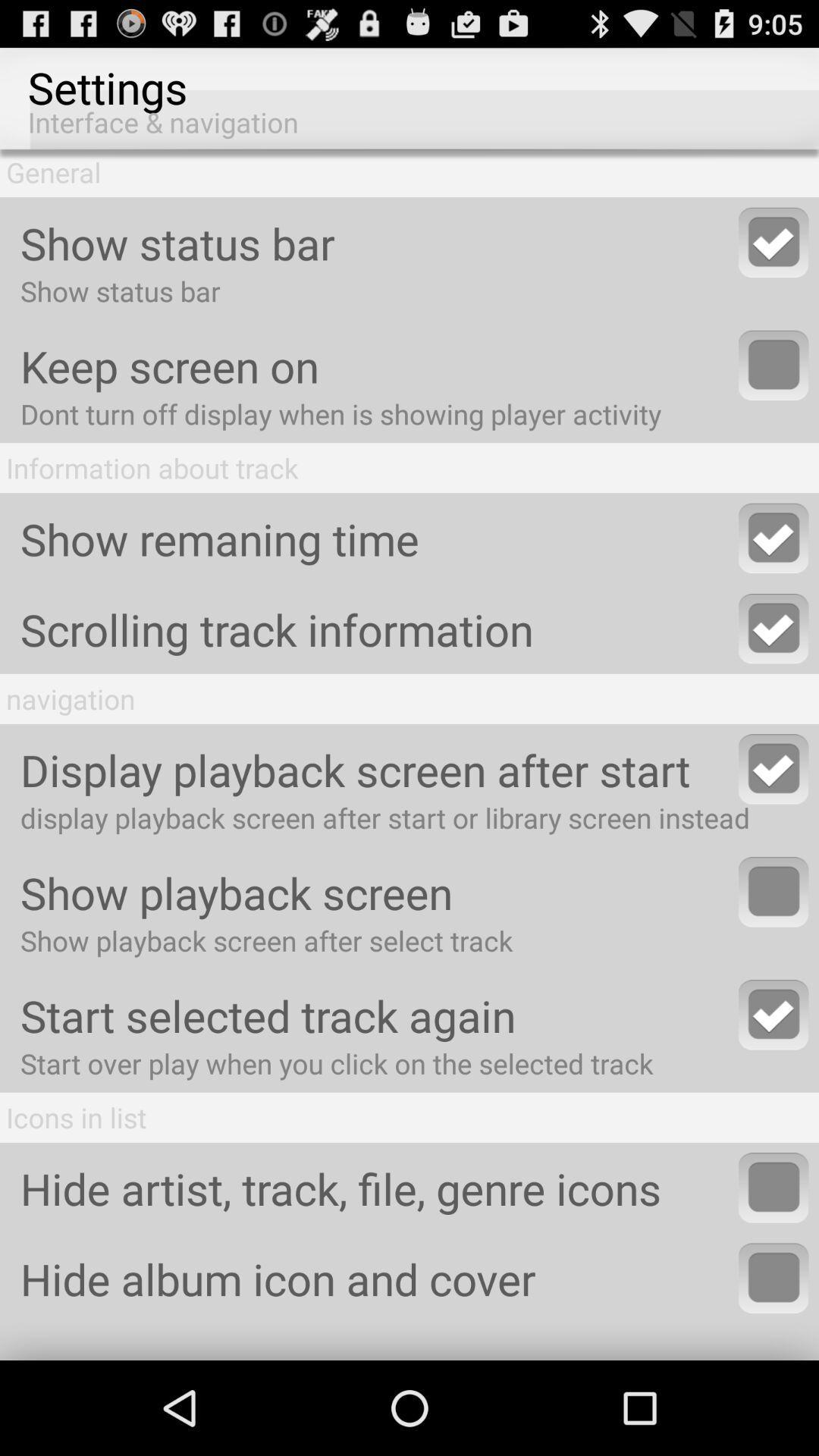 Image resolution: width=819 pixels, height=1456 pixels. What do you see at coordinates (773, 241) in the screenshot?
I see `show/hide status bar` at bounding box center [773, 241].